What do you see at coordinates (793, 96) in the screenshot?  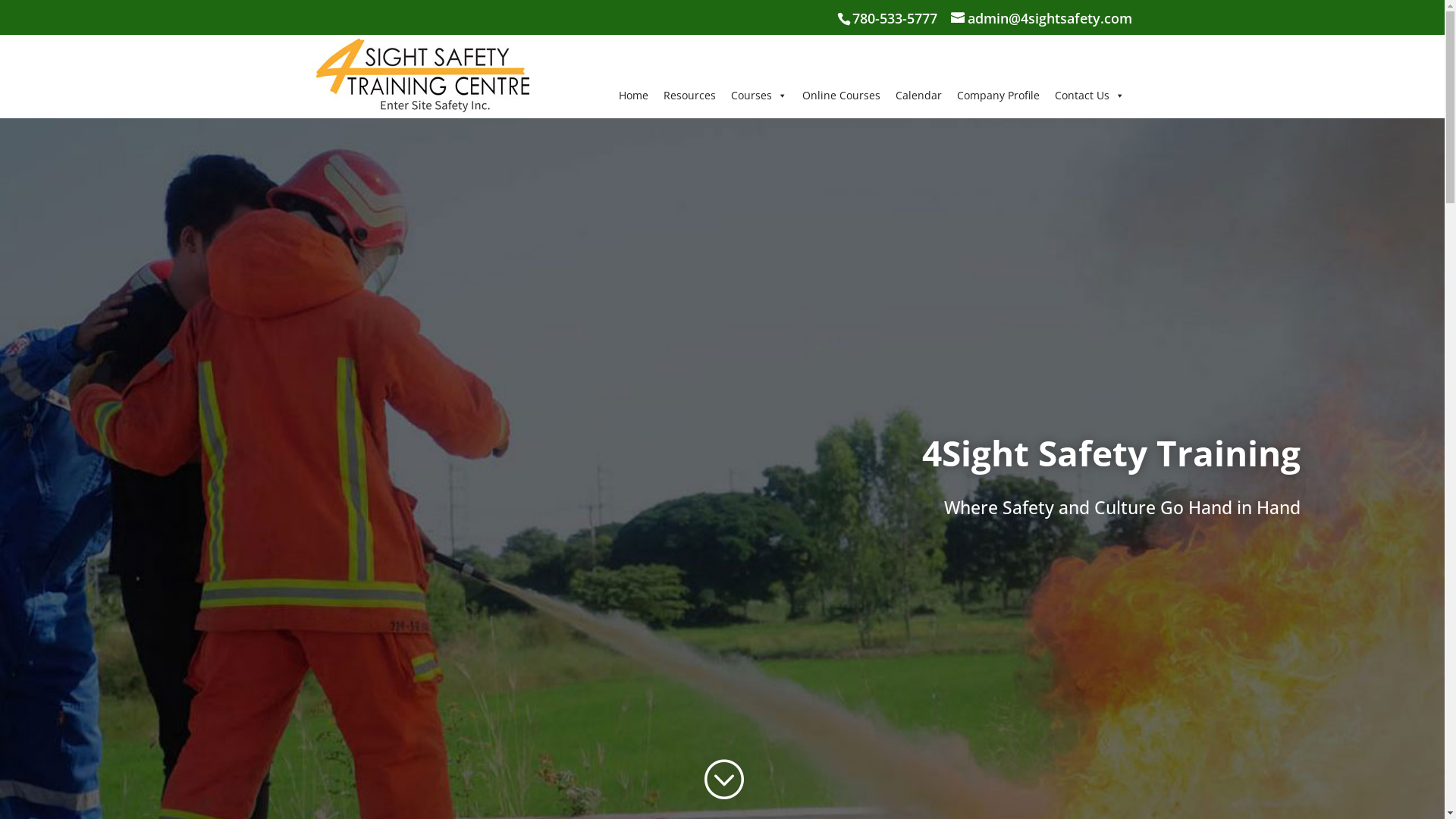 I see `'Online Courses'` at bounding box center [793, 96].